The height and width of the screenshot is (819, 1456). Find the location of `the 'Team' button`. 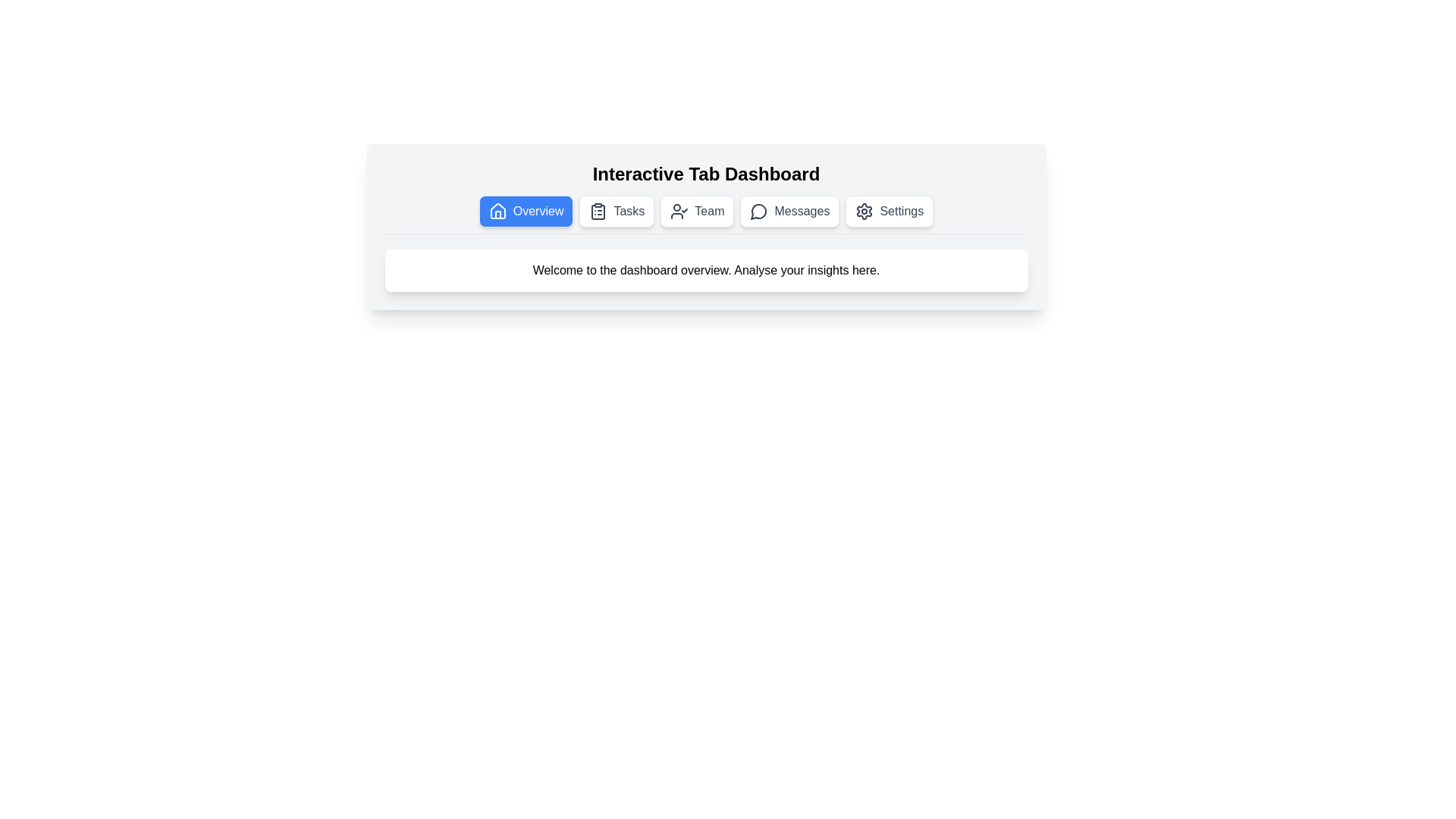

the 'Team' button is located at coordinates (696, 211).